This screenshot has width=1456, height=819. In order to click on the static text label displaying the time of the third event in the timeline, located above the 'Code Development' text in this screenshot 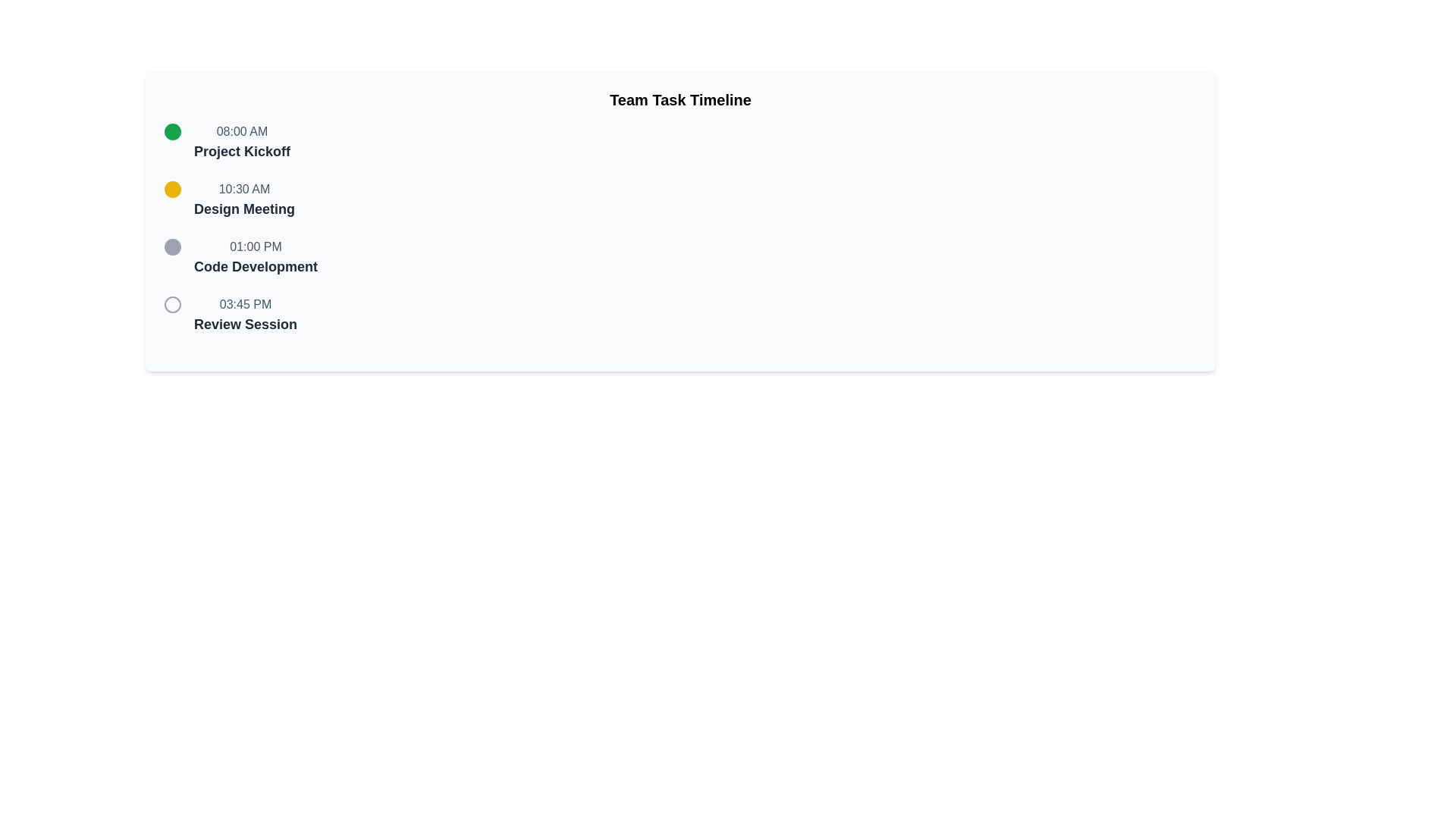, I will do `click(256, 246)`.